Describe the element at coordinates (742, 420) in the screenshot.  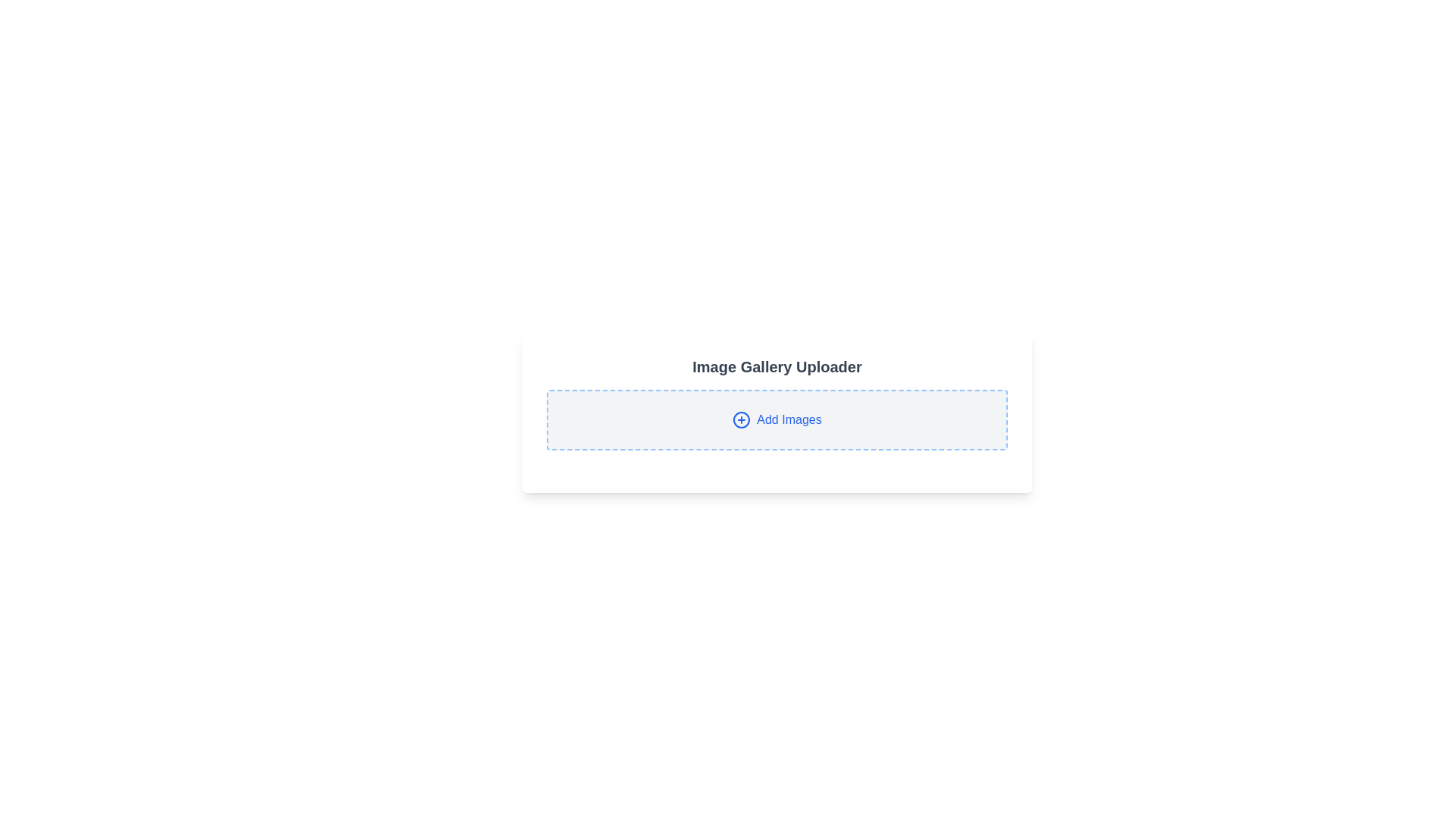
I see `the icon located in the center-left portion of the upload button with dashed blue borders and light gray background, next to the 'Add Images' text` at that location.